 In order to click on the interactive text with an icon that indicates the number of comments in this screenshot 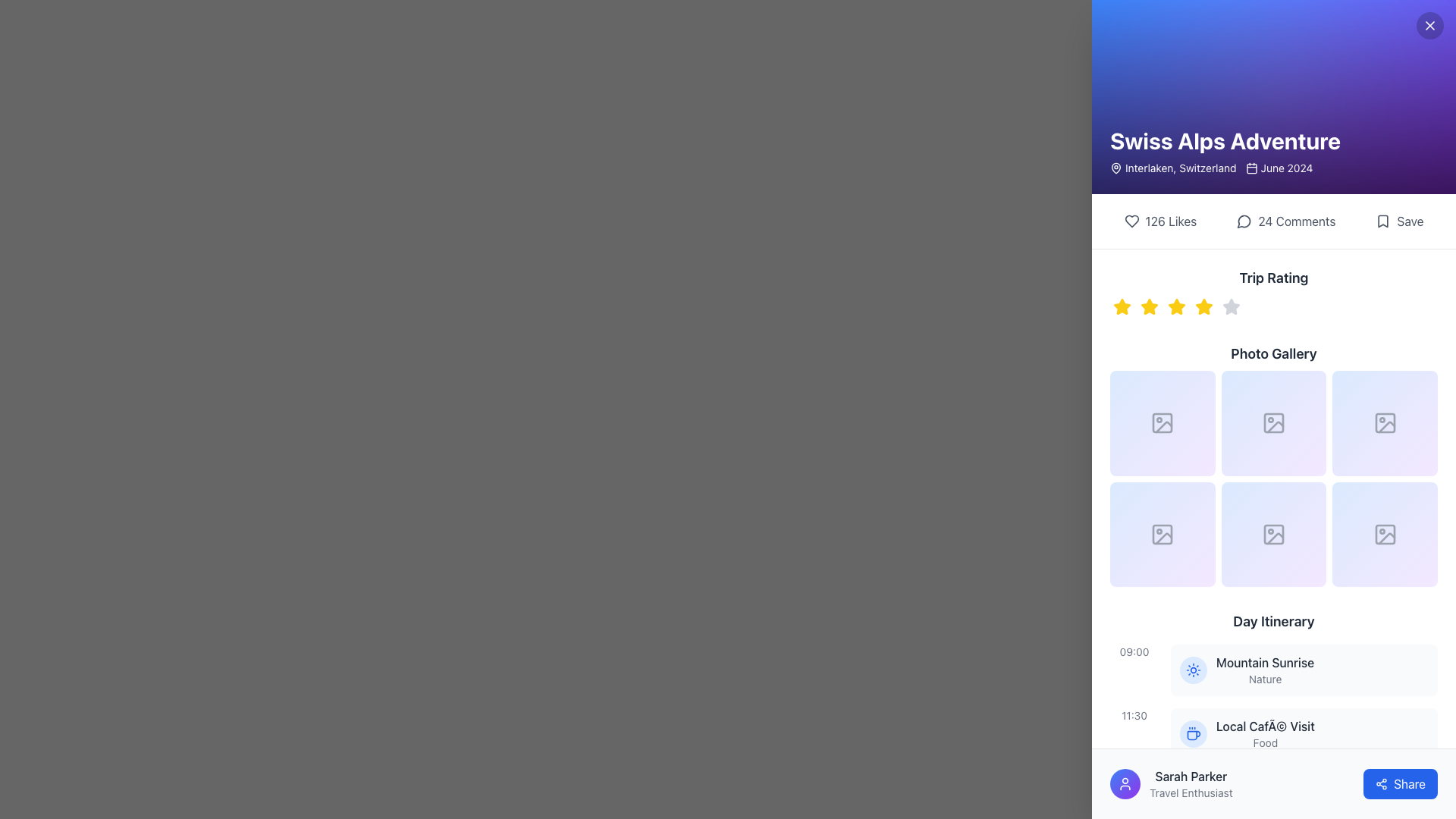, I will do `click(1285, 221)`.